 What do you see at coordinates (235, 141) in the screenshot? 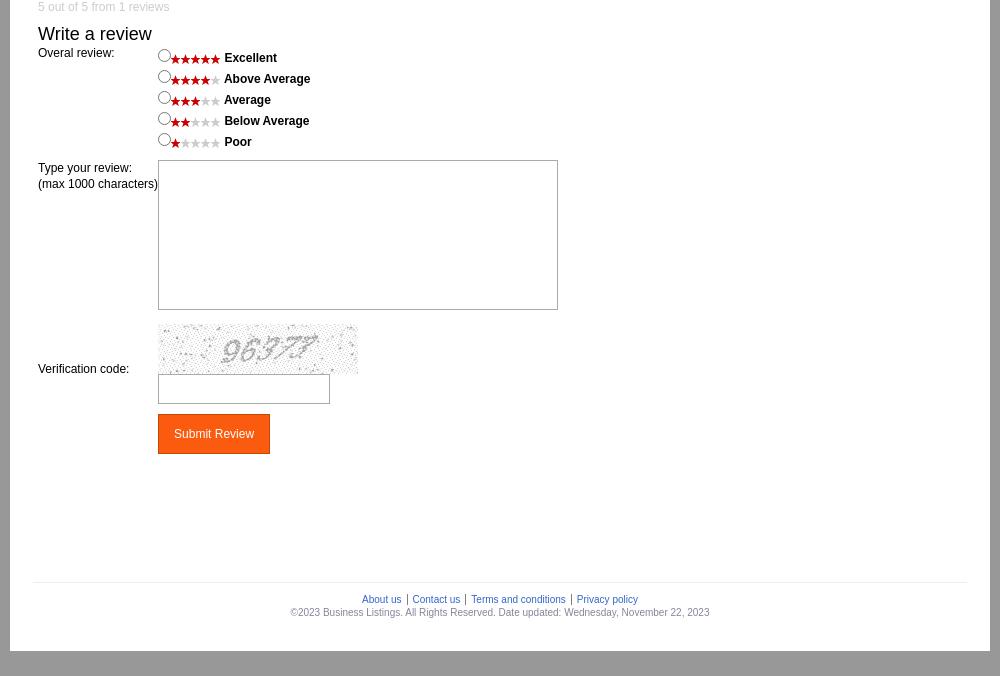
I see `'Poor'` at bounding box center [235, 141].